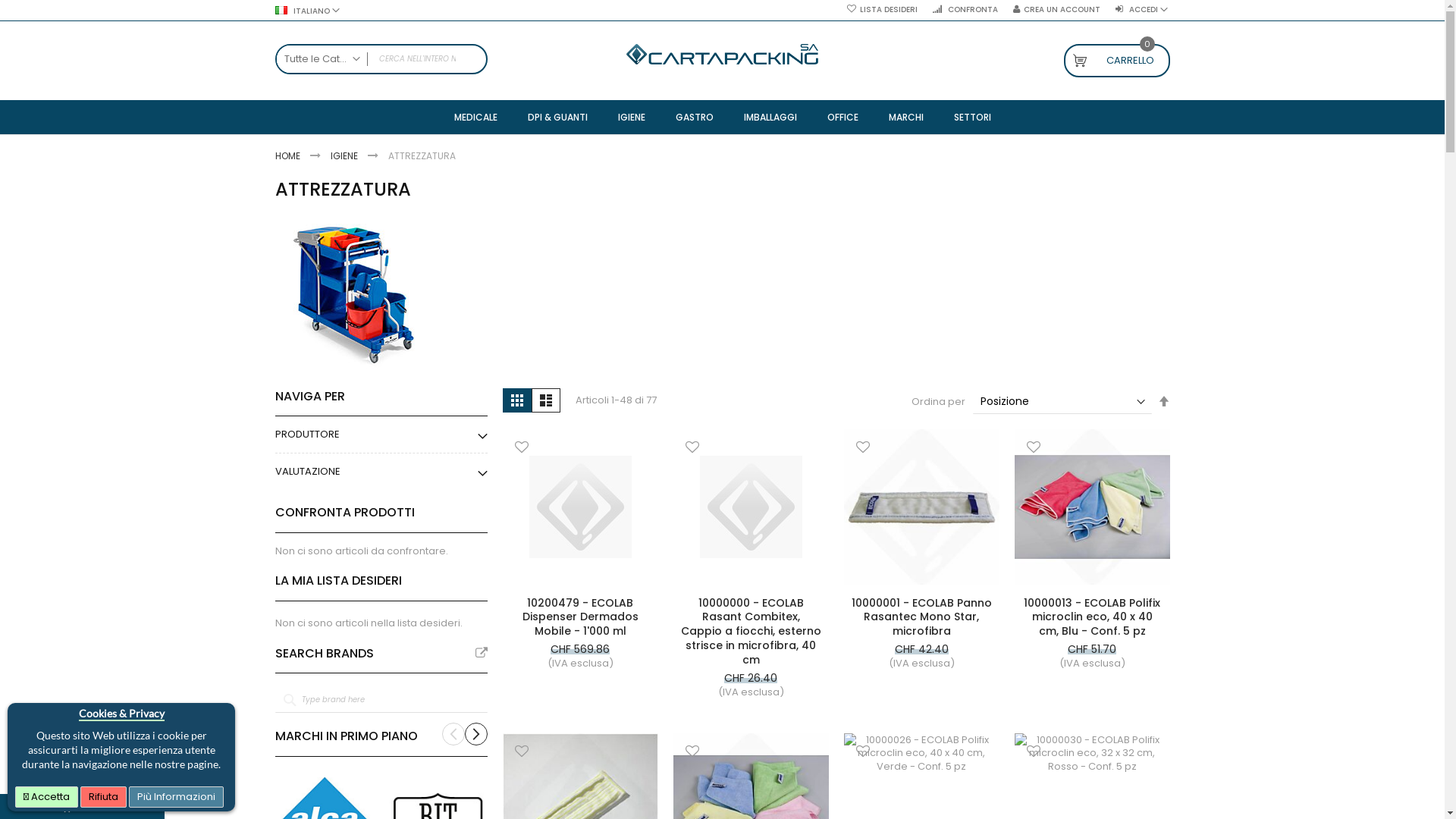 This screenshot has width=1456, height=819. I want to click on 'CREA UN ACCOUNT', so click(1056, 9).